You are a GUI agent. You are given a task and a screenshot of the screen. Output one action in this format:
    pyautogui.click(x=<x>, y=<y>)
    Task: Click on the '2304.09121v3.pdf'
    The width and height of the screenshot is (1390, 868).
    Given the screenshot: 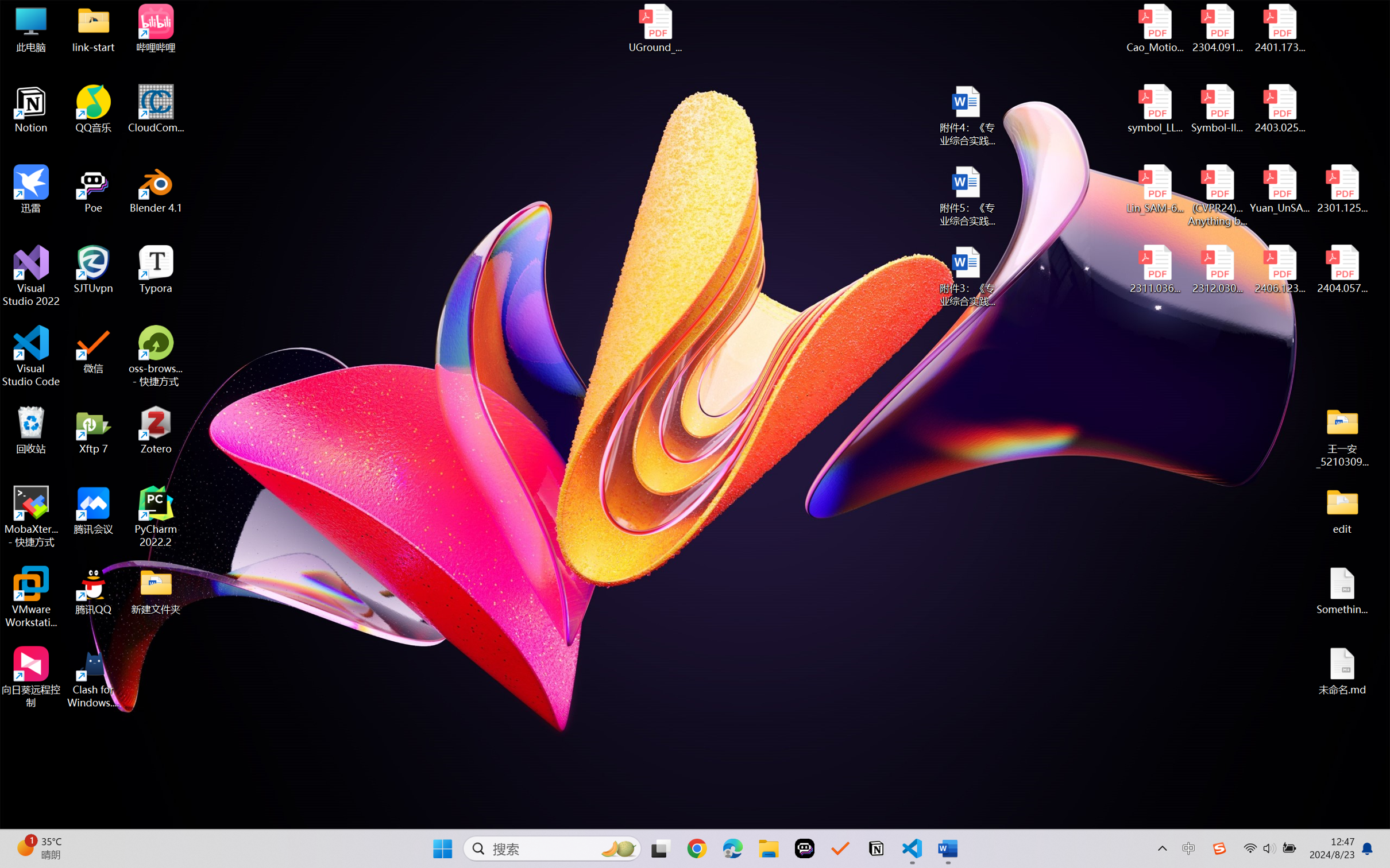 What is the action you would take?
    pyautogui.click(x=1217, y=28)
    